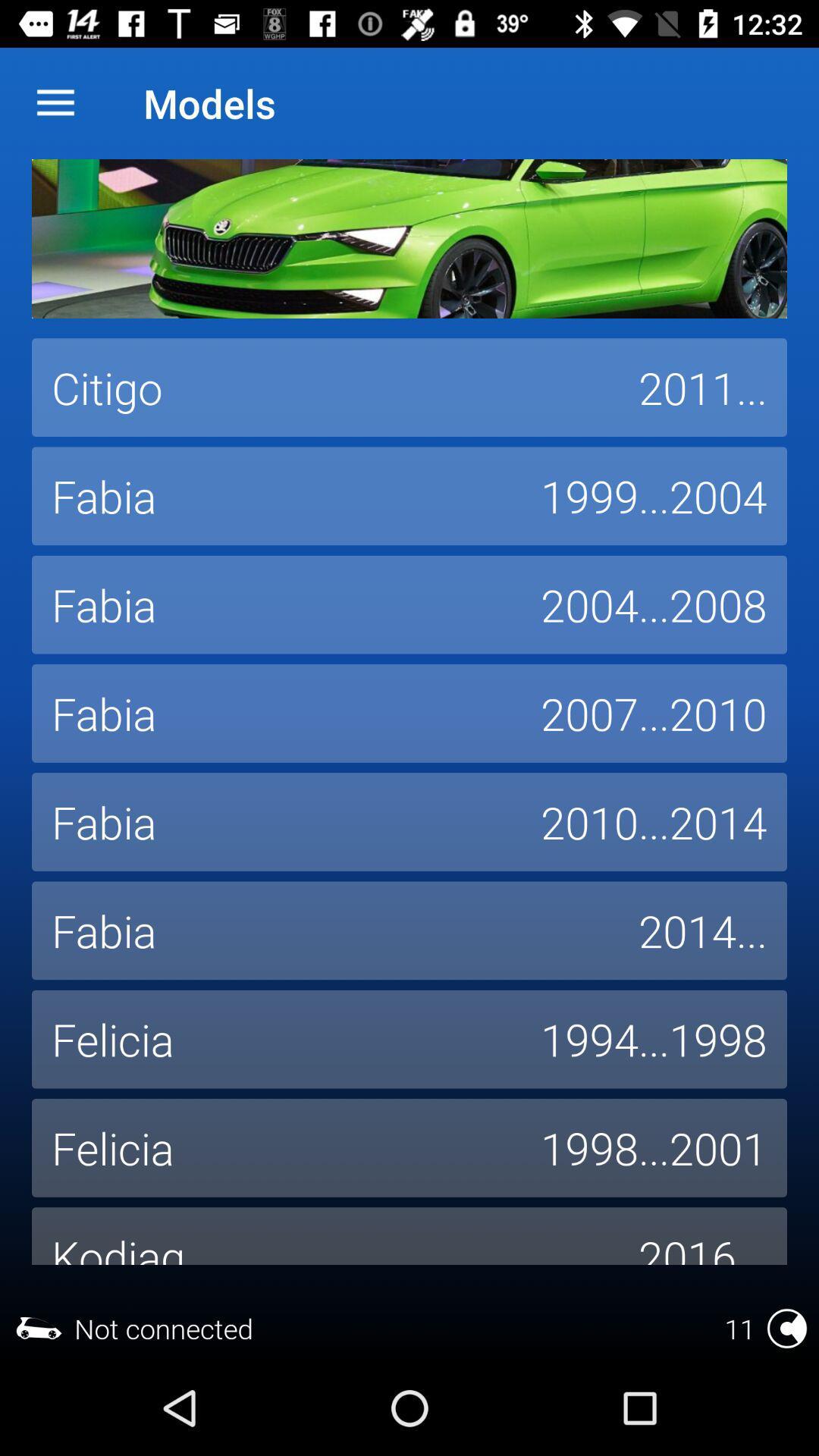 The height and width of the screenshot is (1456, 819). What do you see at coordinates (324, 388) in the screenshot?
I see `the icon to the left of 2011... icon` at bounding box center [324, 388].